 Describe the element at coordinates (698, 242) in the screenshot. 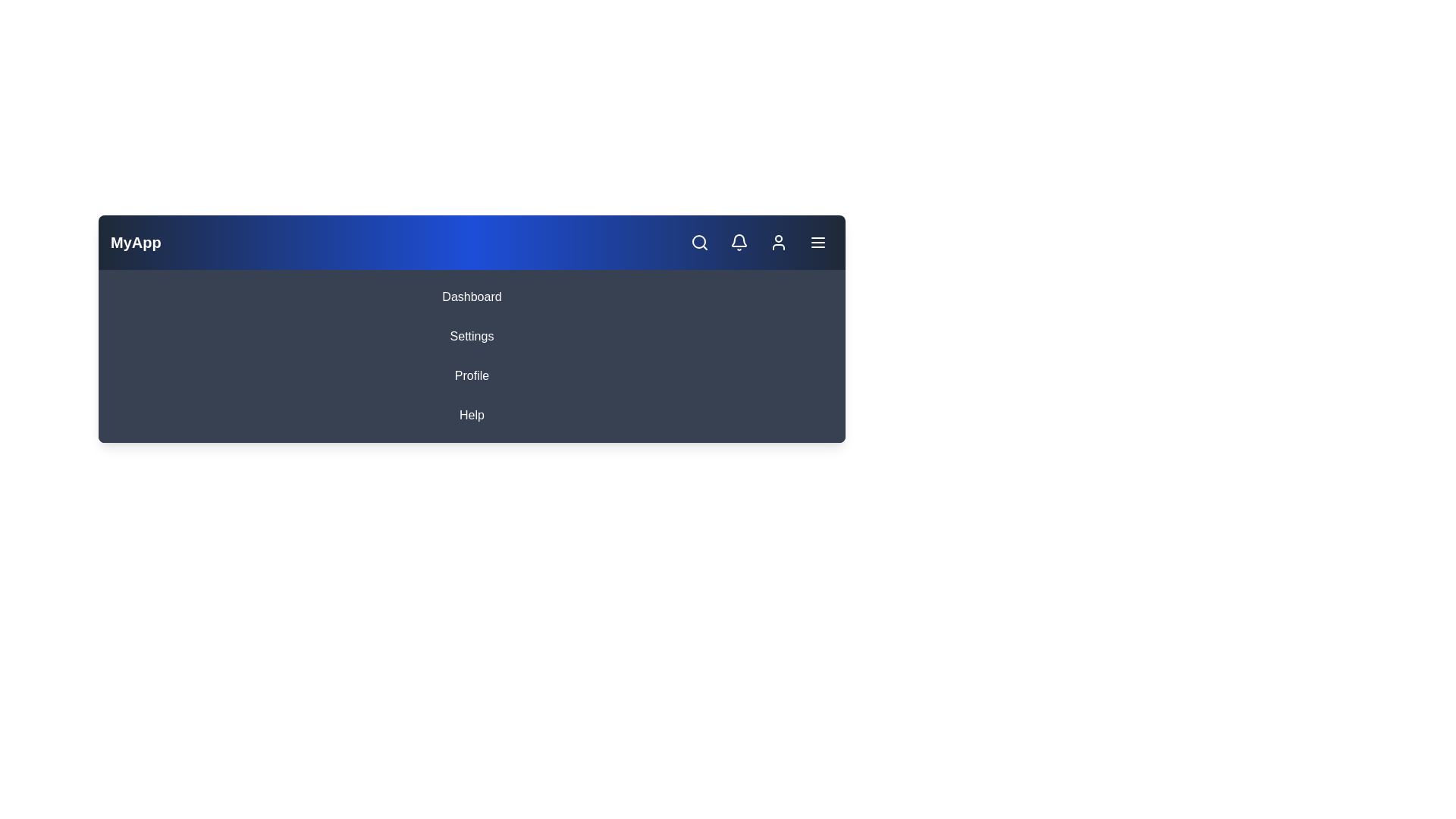

I see `the search button to activate it` at that location.